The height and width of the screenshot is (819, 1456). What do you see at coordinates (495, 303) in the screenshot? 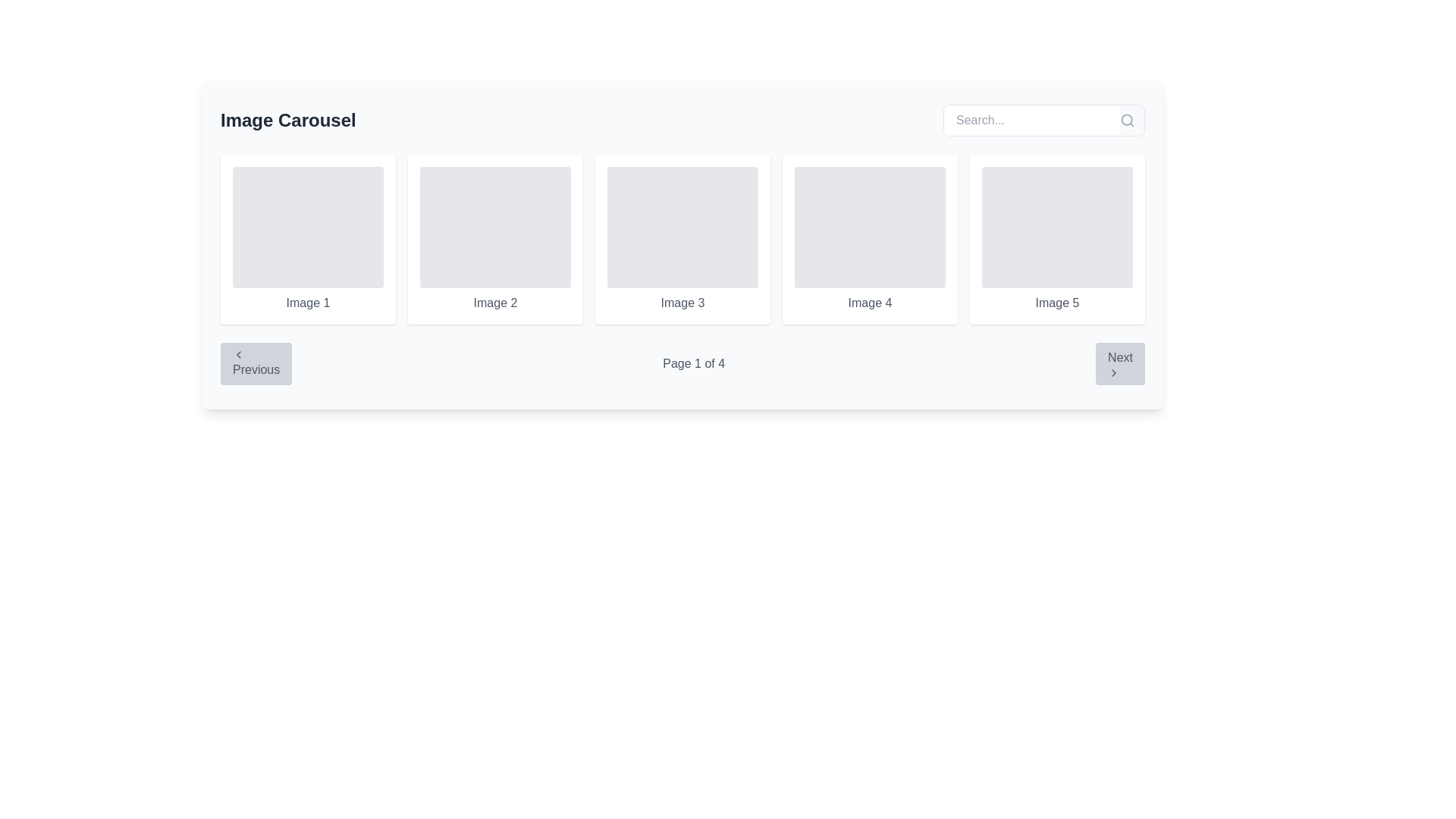
I see `text content of the label positioned below the gray rectangular image in the second slot of the horizontal carousel interface, which is flanked by 'Image 1' and 'Image 3'` at bounding box center [495, 303].